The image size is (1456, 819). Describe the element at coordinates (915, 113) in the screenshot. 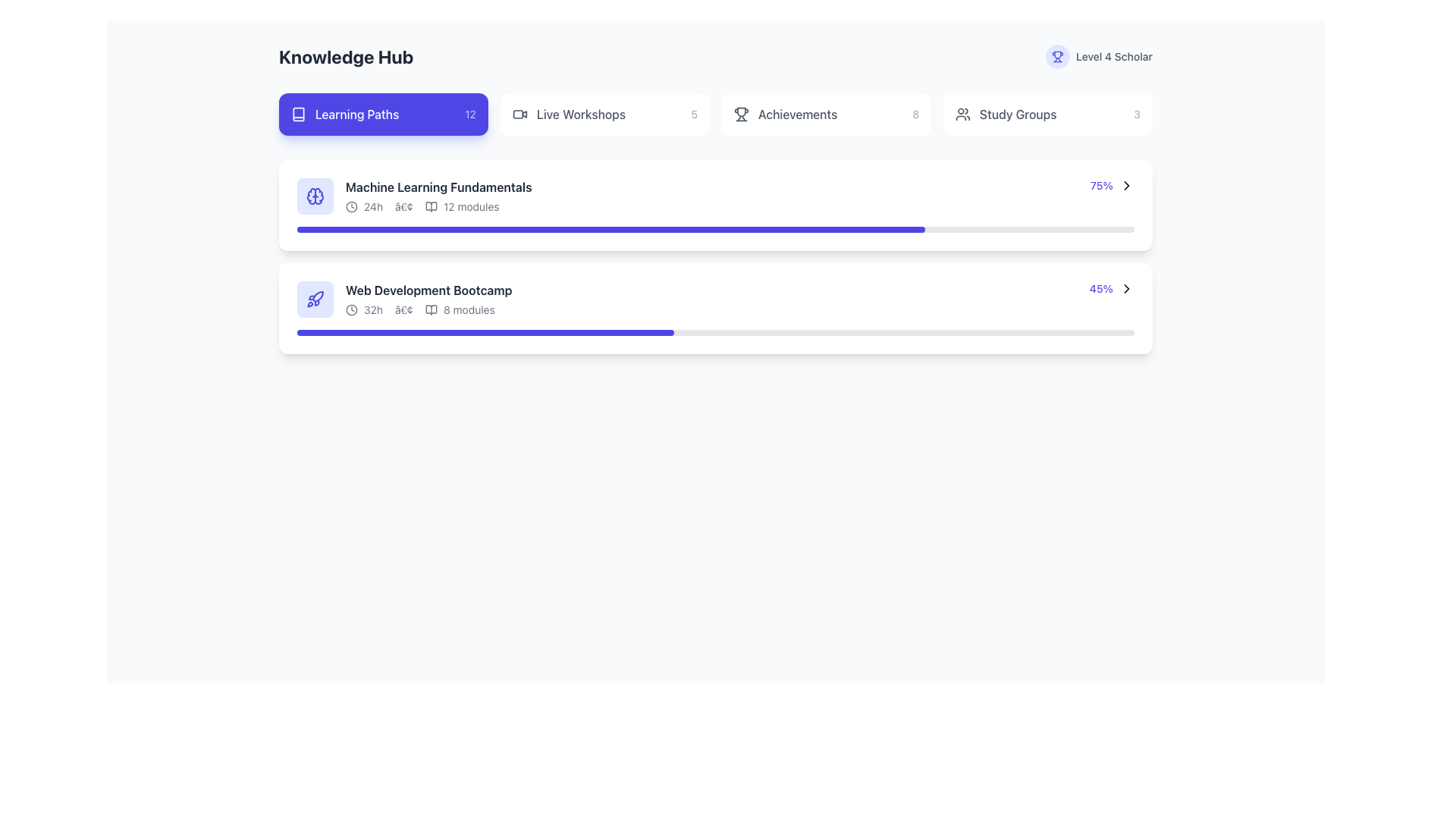

I see `the text label displaying the numerical count for achievements located in the top navigation bar, adjacent to the 'Achievements' label` at that location.